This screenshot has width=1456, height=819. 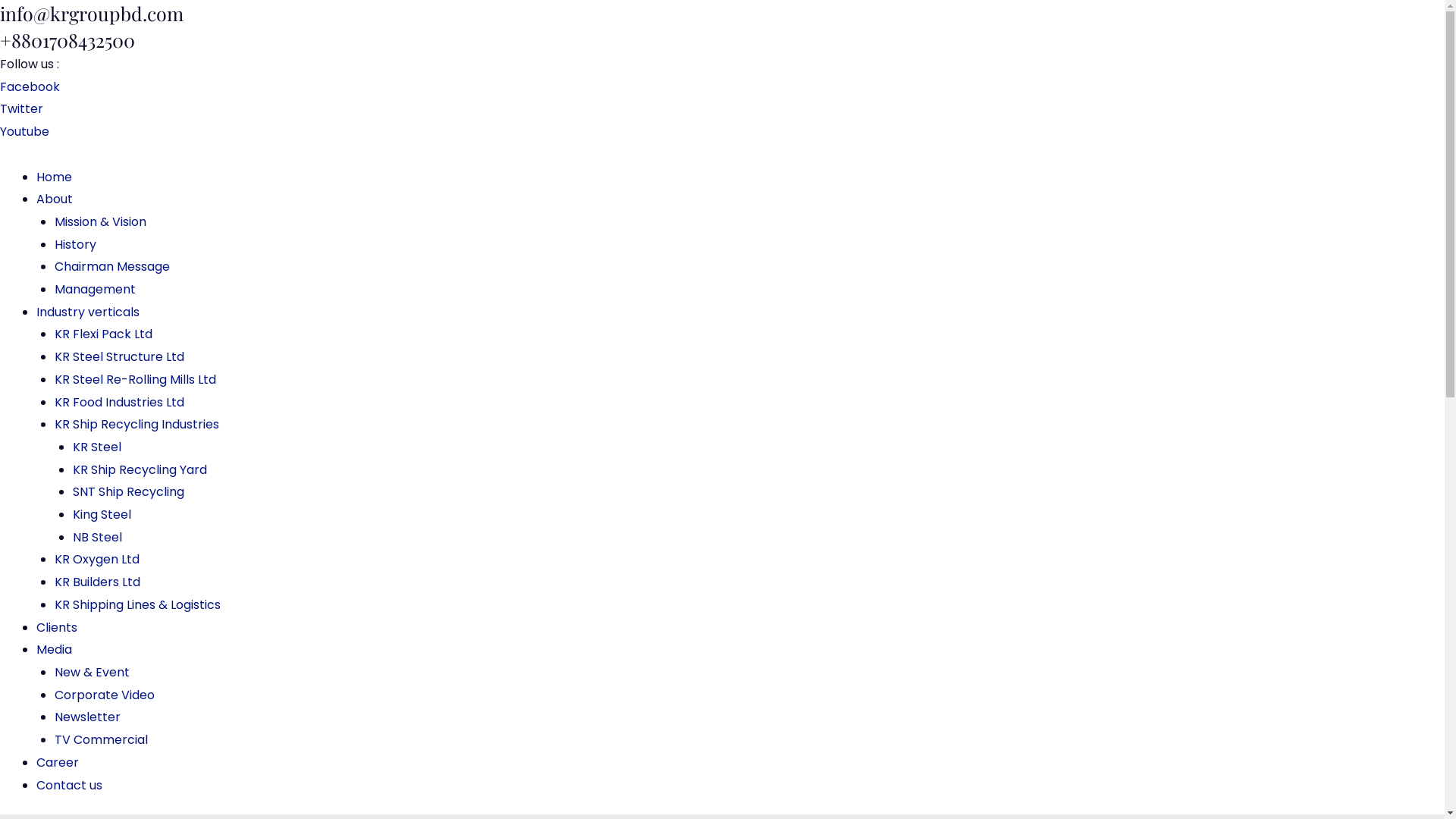 What do you see at coordinates (100, 739) in the screenshot?
I see `'TV Commercial'` at bounding box center [100, 739].